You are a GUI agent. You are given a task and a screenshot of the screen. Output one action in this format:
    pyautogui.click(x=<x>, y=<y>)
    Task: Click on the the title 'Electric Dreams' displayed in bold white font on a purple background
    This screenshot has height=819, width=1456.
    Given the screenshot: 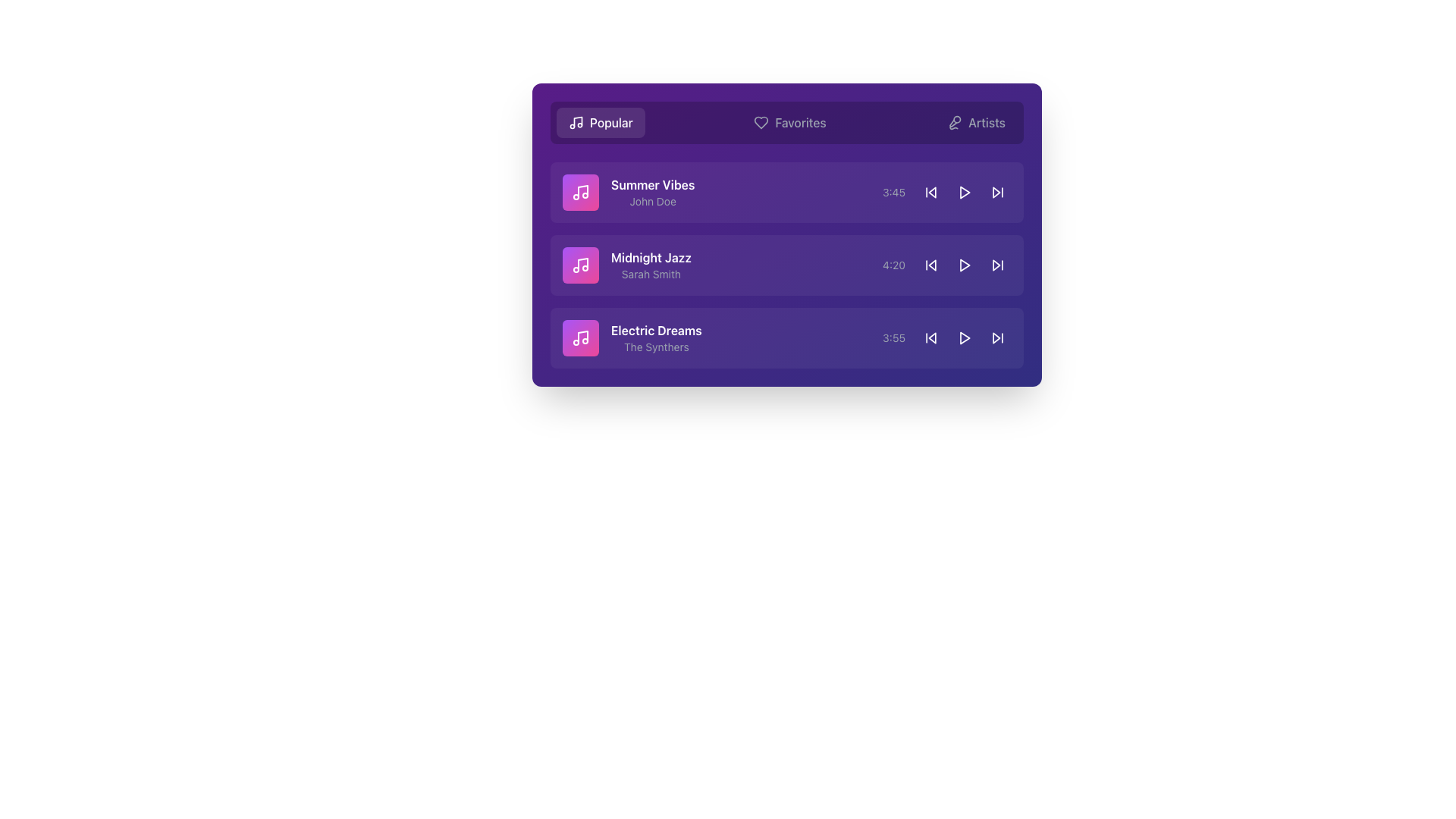 What is the action you would take?
    pyautogui.click(x=656, y=329)
    